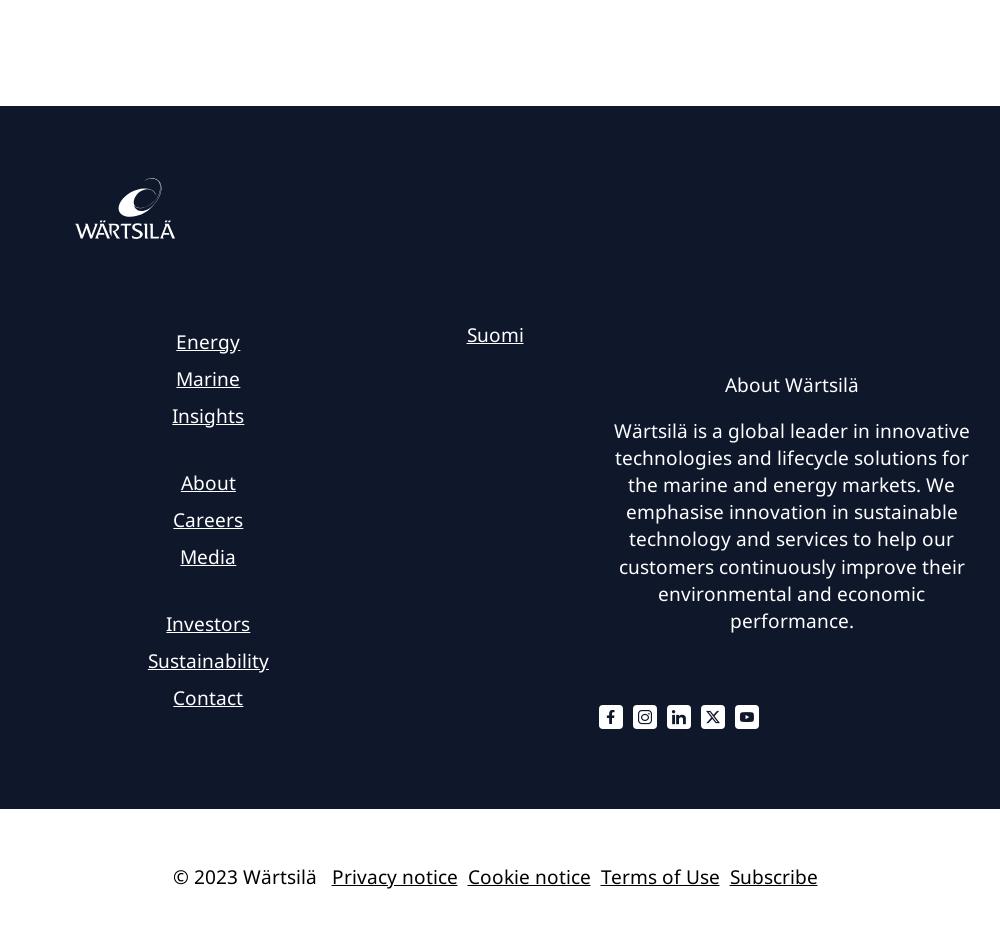 The width and height of the screenshot is (1000, 944). Describe the element at coordinates (493, 334) in the screenshot. I see `'suomi'` at that location.